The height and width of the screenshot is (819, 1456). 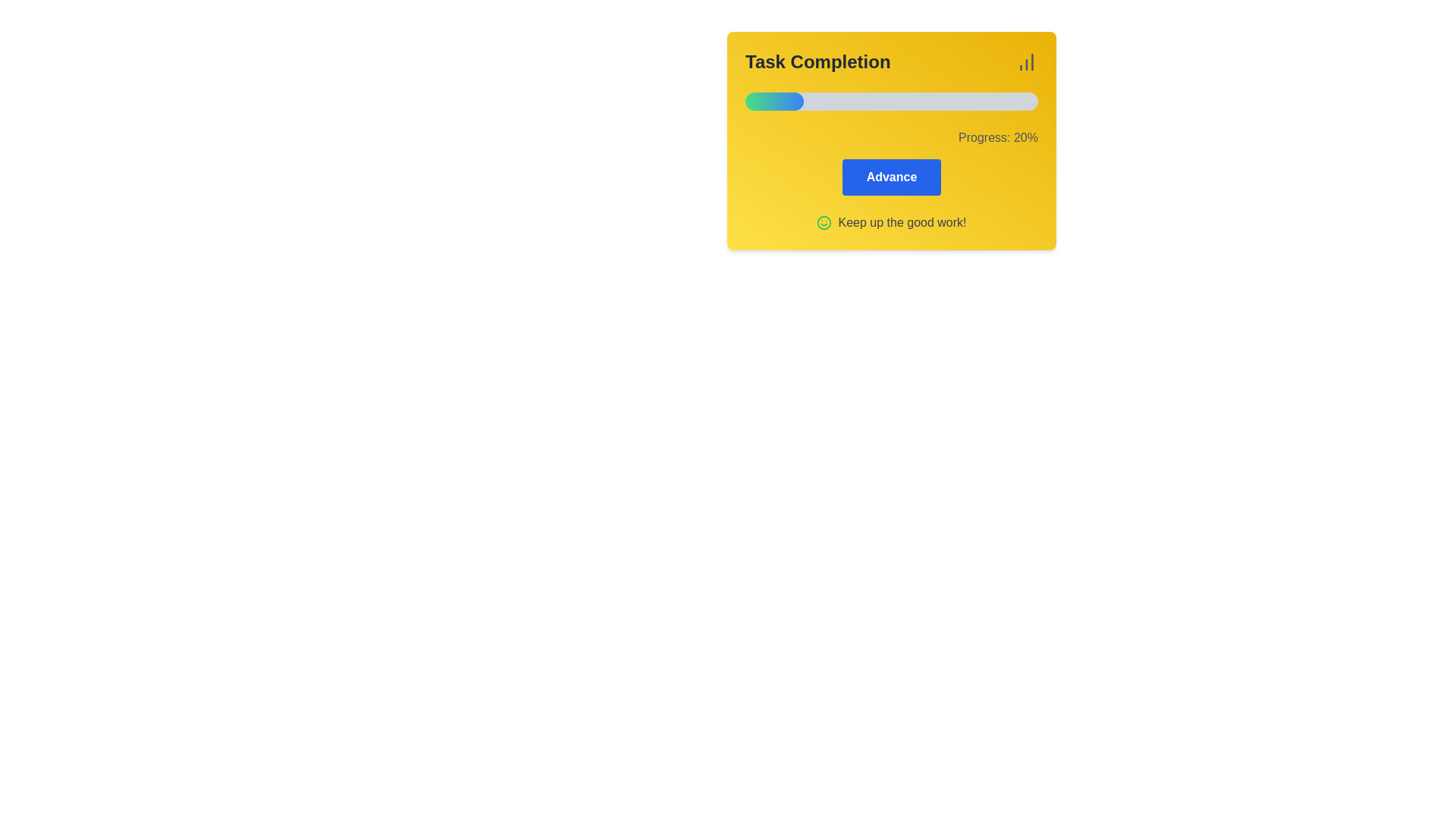 What do you see at coordinates (892, 102) in the screenshot?
I see `the progress status of the horizontal progress bar styled with a gradient color fill, located under the header 'Task Completion' and above the text 'Progress: 20%'` at bounding box center [892, 102].